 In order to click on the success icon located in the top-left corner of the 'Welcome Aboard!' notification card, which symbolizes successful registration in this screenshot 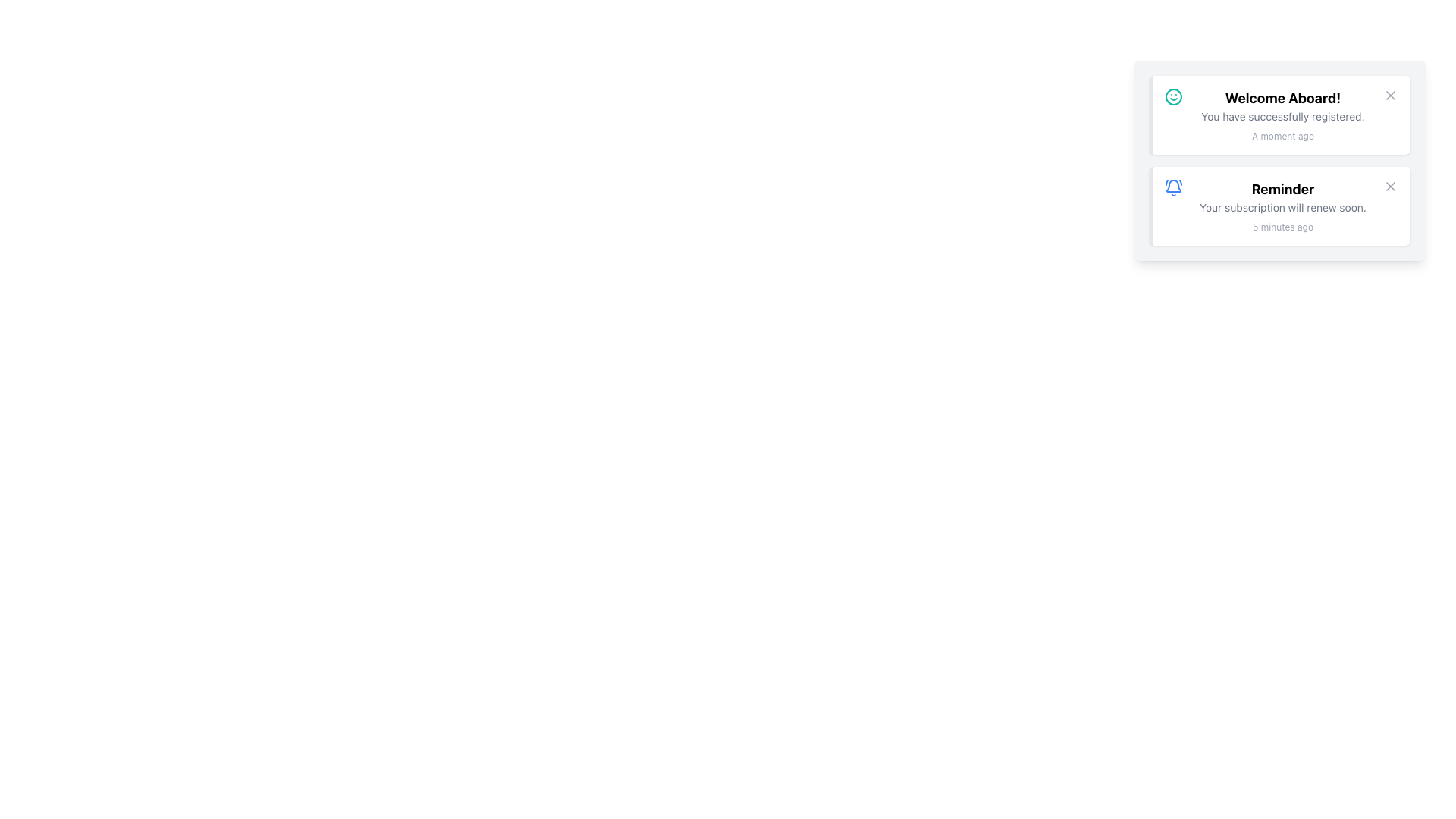, I will do `click(1173, 96)`.